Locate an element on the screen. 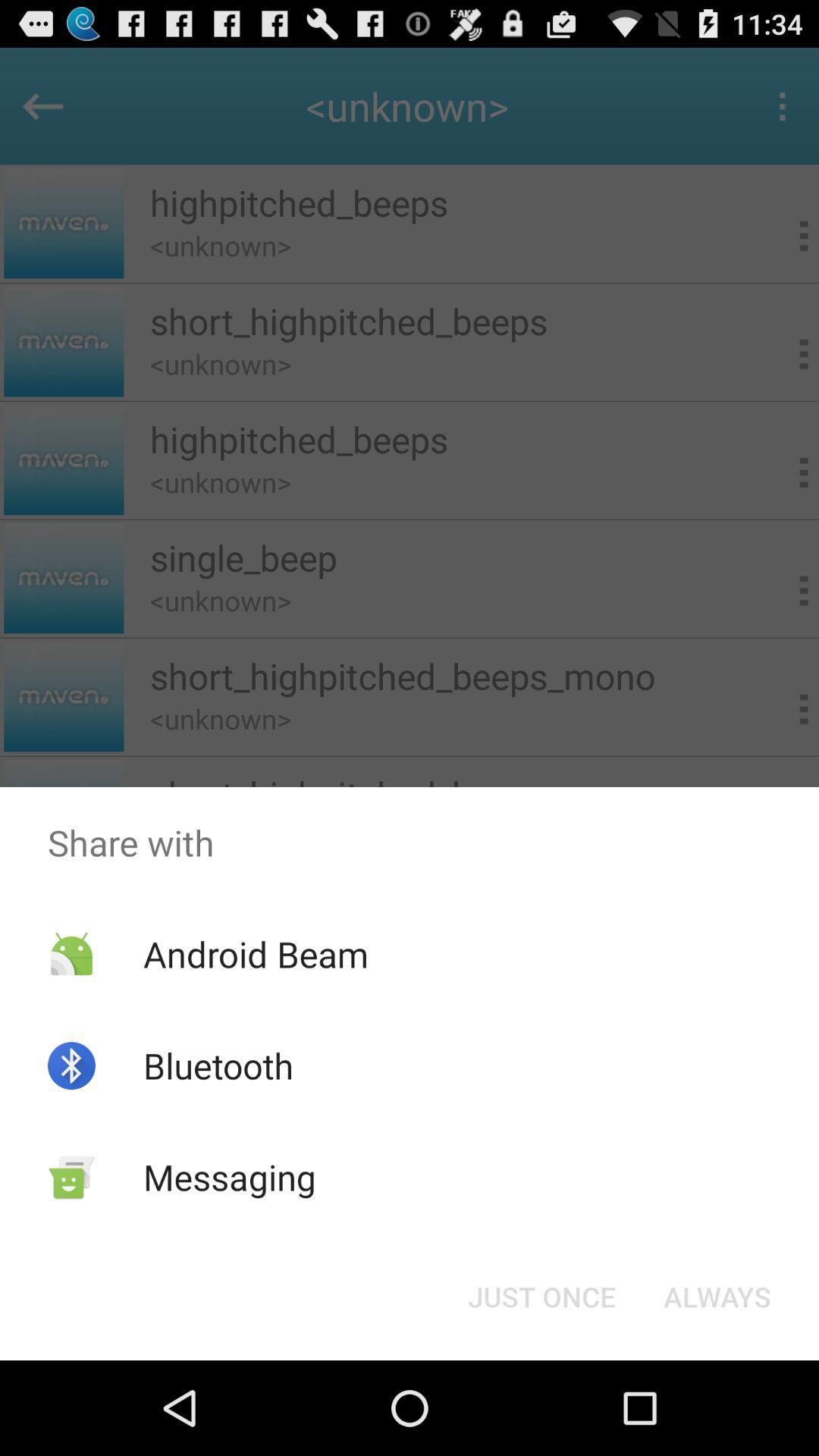 This screenshot has height=1456, width=819. the item at the bottom is located at coordinates (541, 1295).